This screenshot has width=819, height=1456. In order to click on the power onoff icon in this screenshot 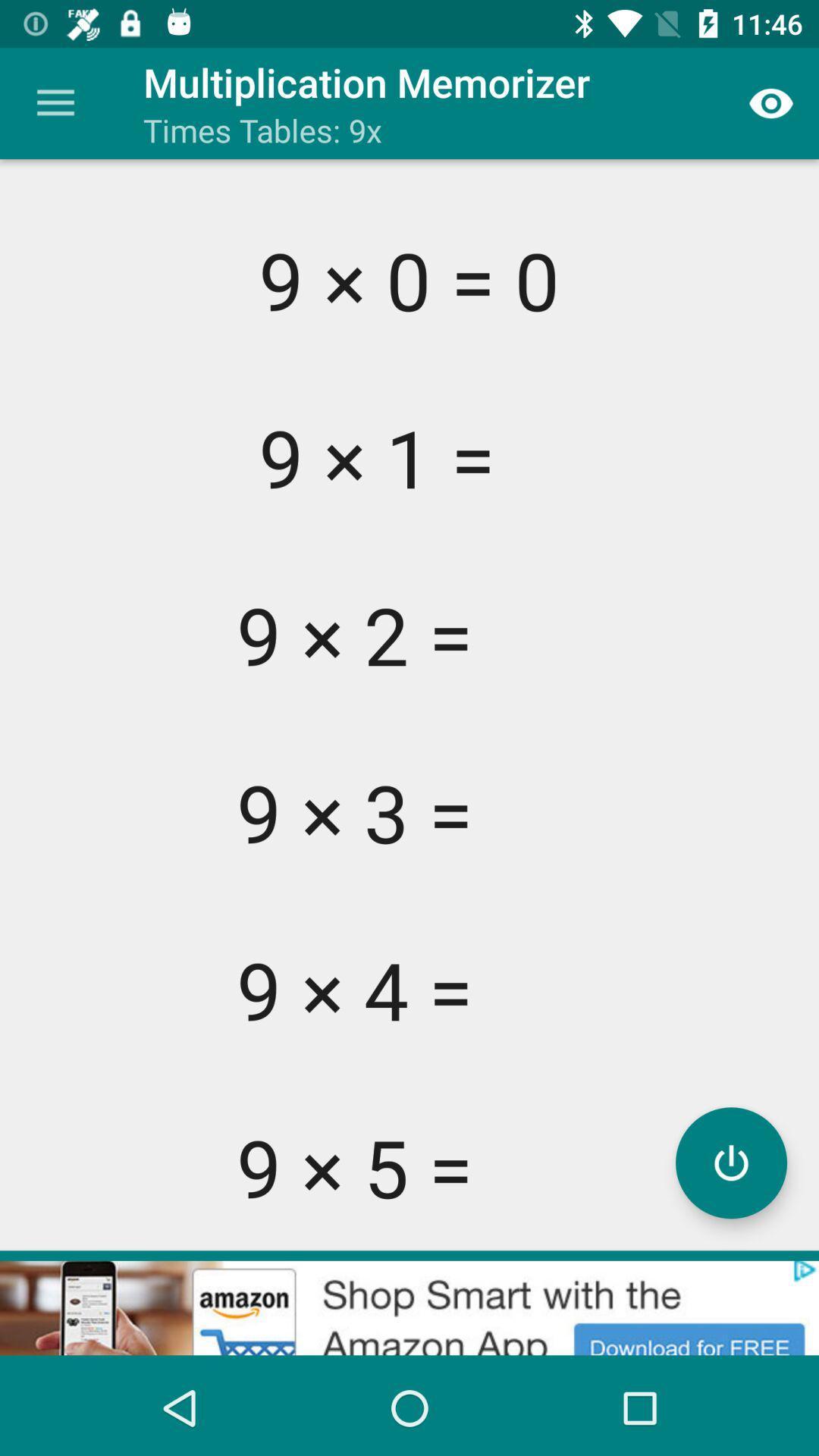, I will do `click(730, 1162)`.